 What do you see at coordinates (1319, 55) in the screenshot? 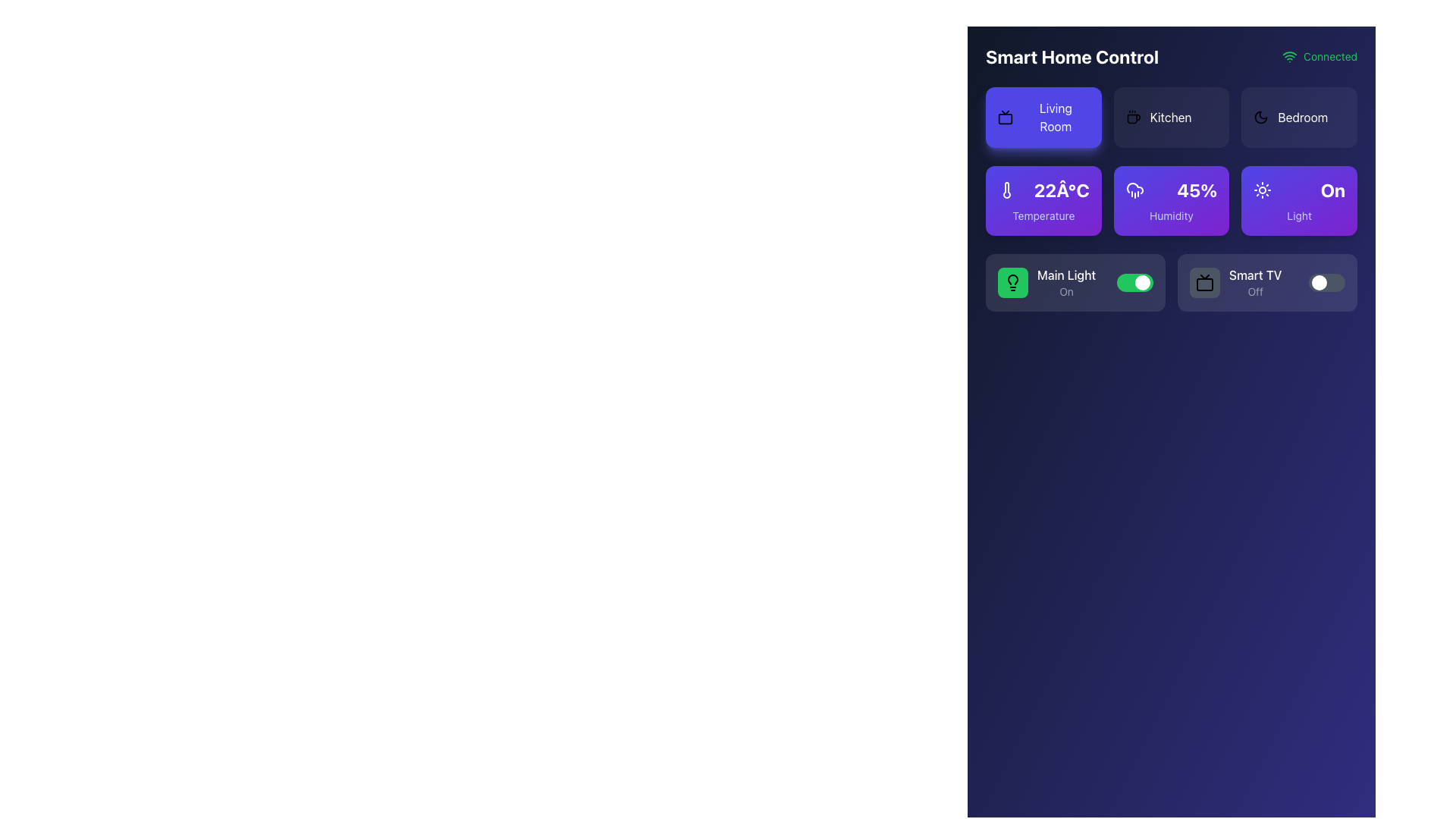
I see `the Status Indicator, which is a green element labeled 'Connected' located in the top-right corner of the interface, next to the 'Smart Home Control' title` at bounding box center [1319, 55].